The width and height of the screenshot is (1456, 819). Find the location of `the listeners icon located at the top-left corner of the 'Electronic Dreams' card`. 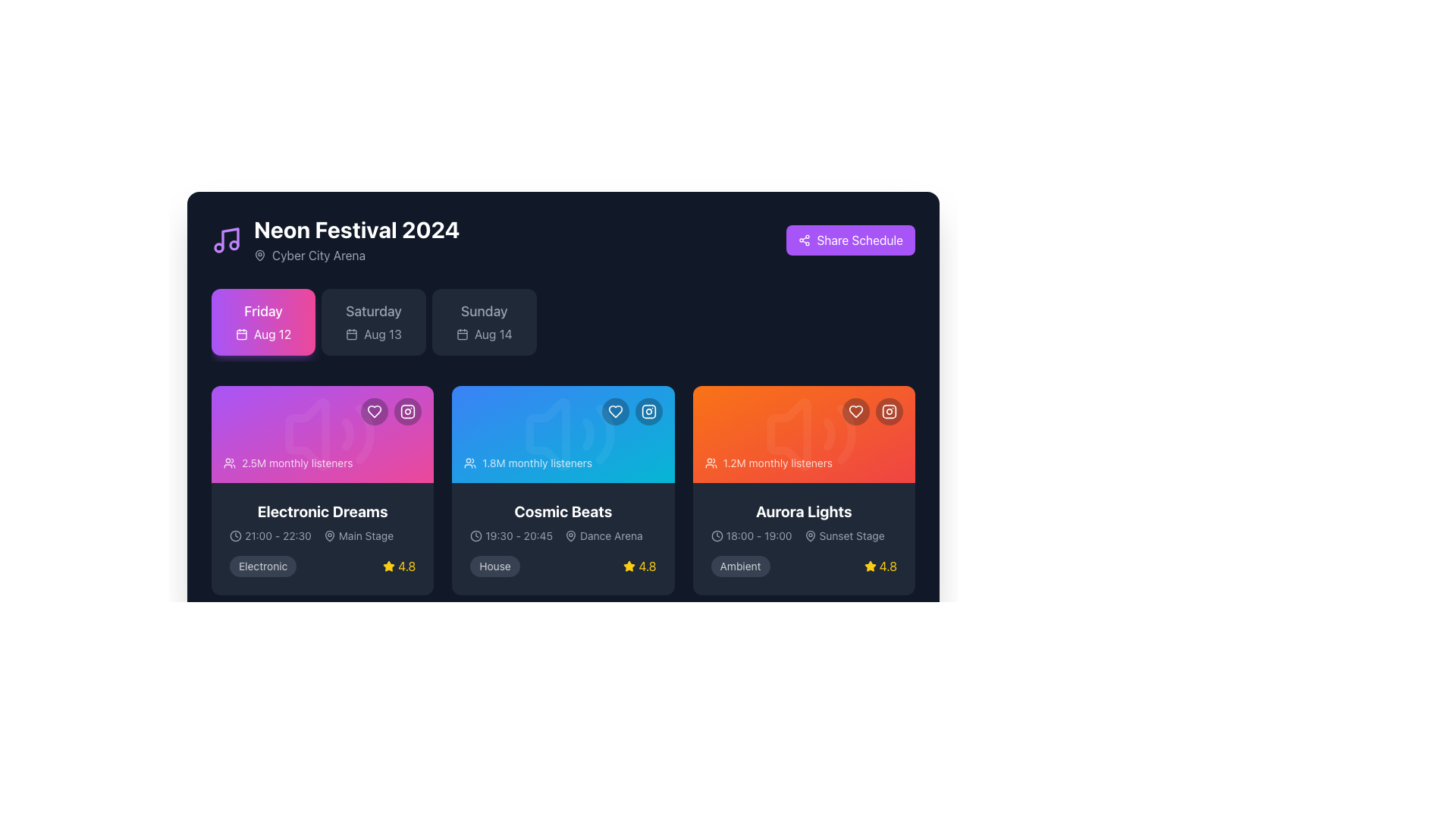

the listeners icon located at the top-left corner of the 'Electronic Dreams' card is located at coordinates (228, 462).